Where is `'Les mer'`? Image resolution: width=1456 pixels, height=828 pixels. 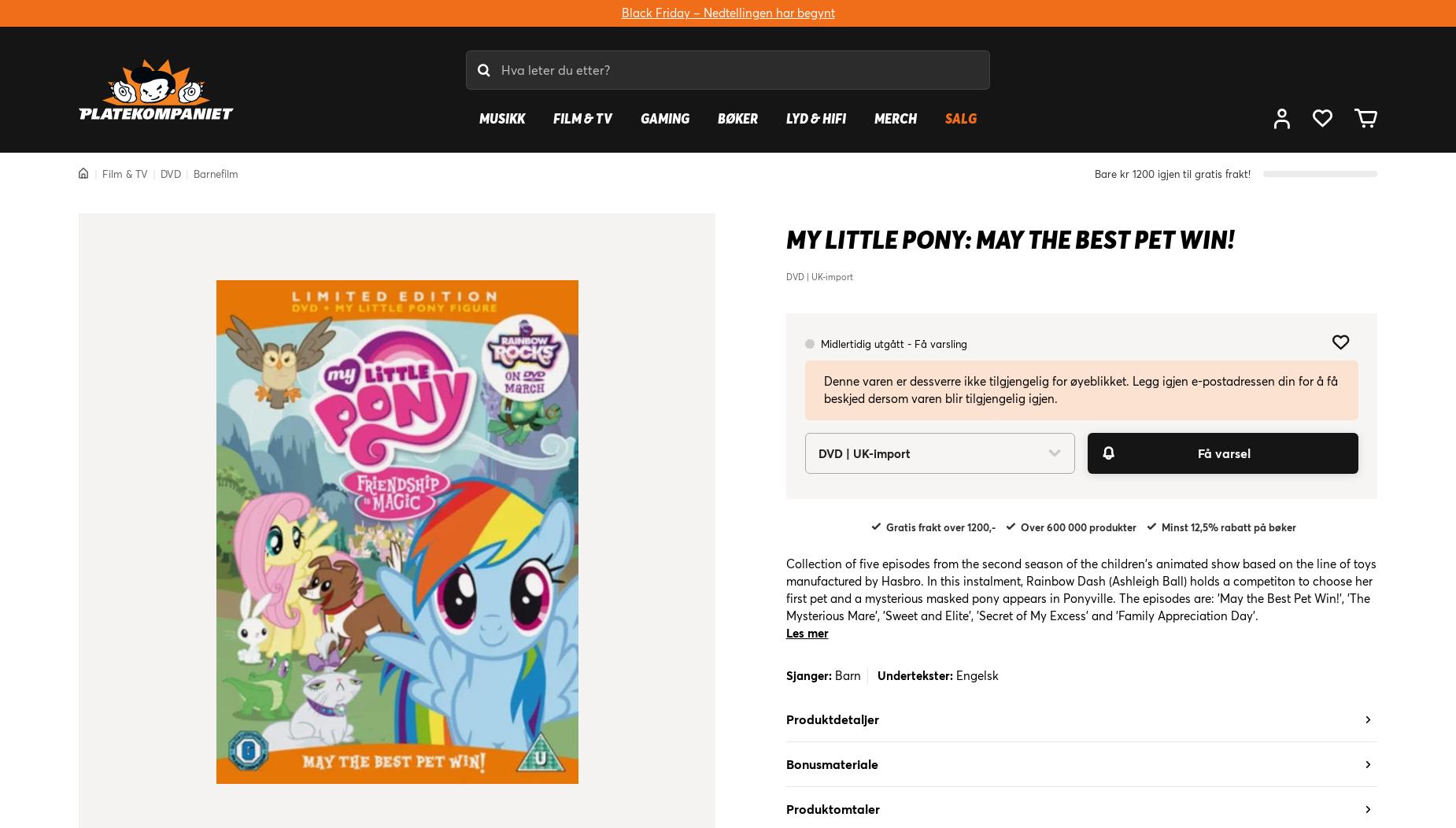 'Les mer' is located at coordinates (806, 633).